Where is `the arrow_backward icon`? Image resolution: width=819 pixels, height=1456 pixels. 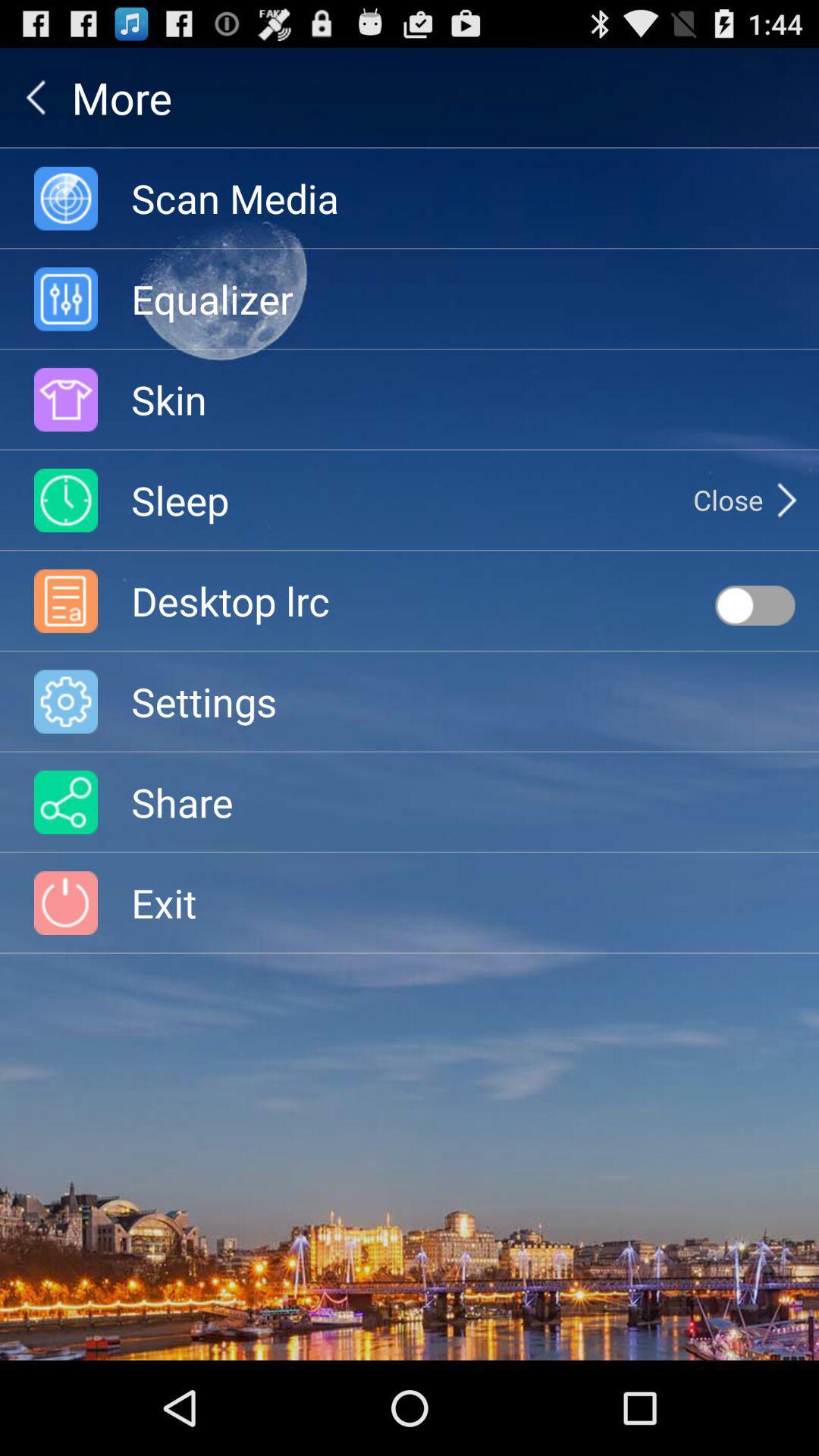 the arrow_backward icon is located at coordinates (35, 103).